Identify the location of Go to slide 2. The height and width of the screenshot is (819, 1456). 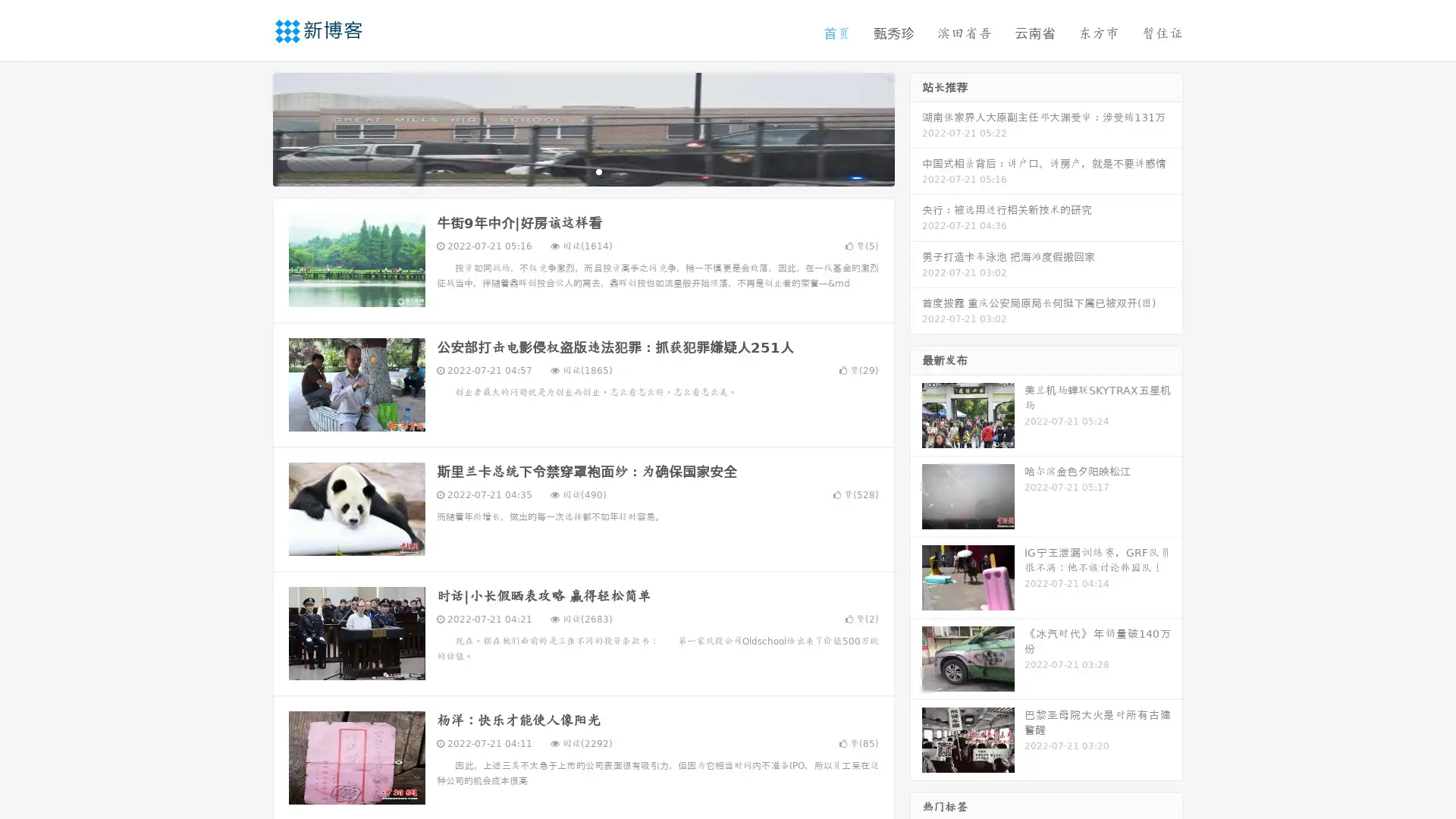
(582, 171).